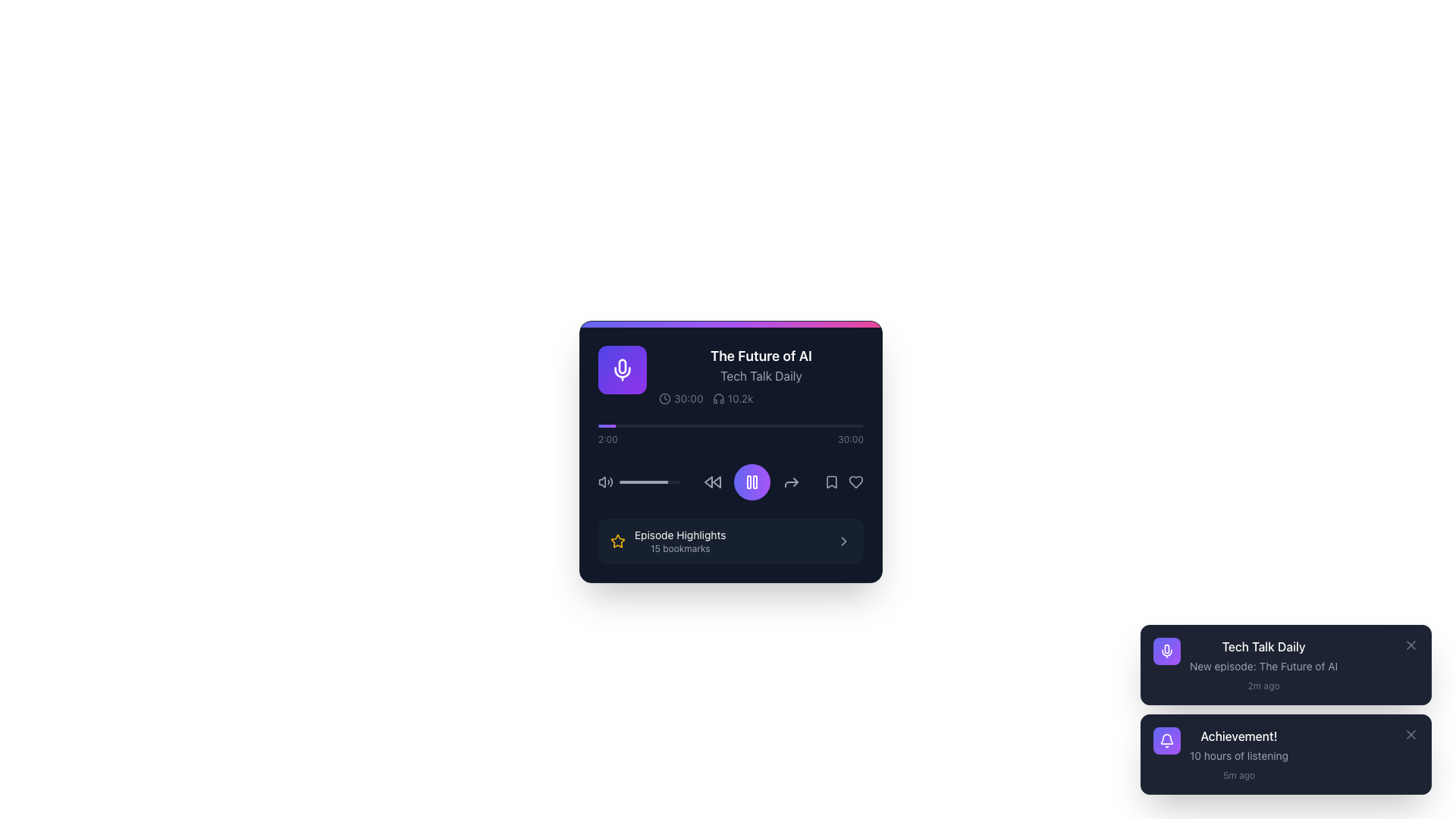 Image resolution: width=1456 pixels, height=819 pixels. Describe the element at coordinates (1410, 645) in the screenshot. I see `the Close Icon located in the top-right corner of the first notification entry` at that location.